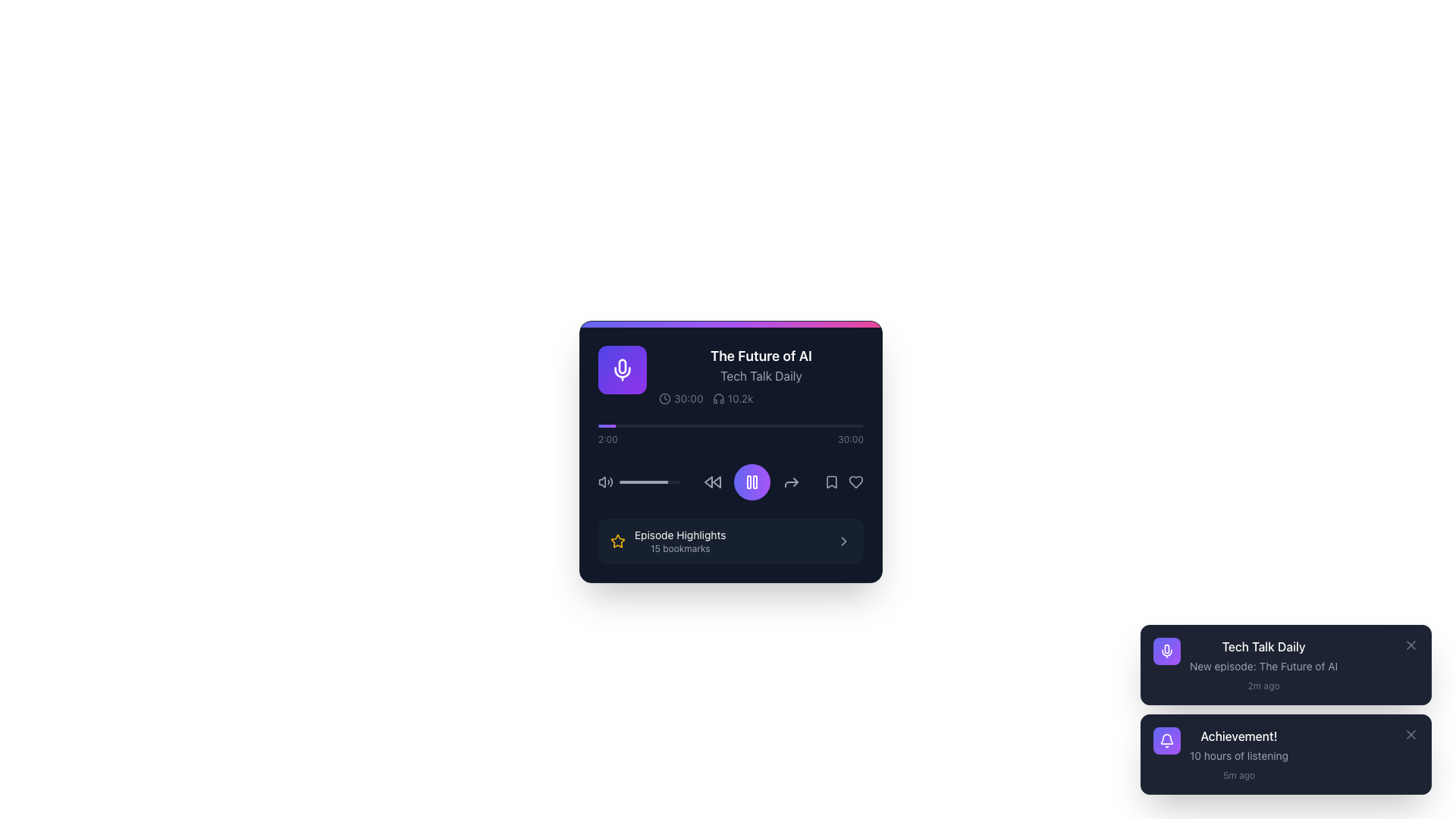 Image resolution: width=1456 pixels, height=819 pixels. Describe the element at coordinates (1410, 645) in the screenshot. I see `the Close Icon located in the top-right corner of the first notification entry` at that location.